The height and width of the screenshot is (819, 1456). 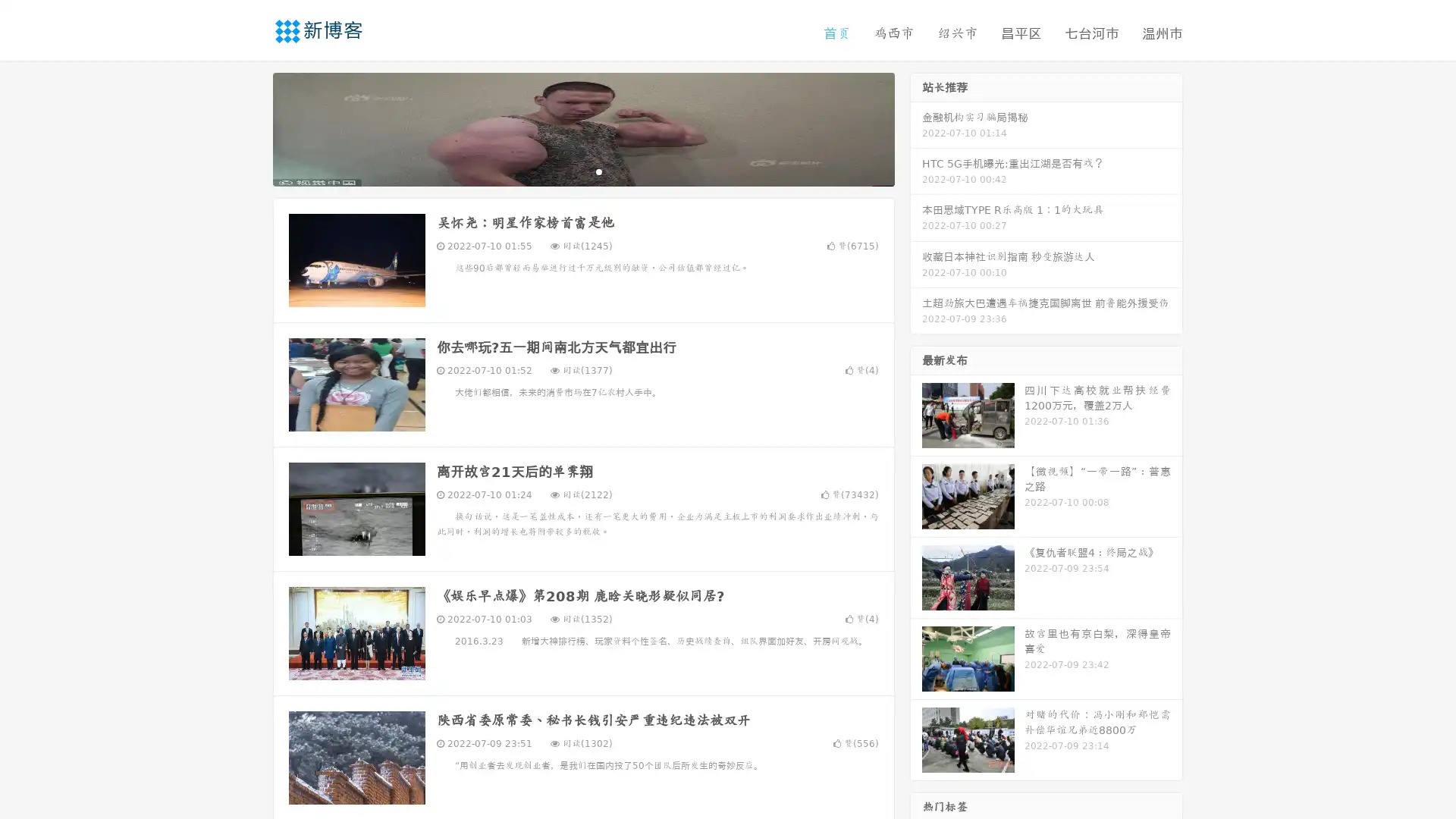 I want to click on Previous slide, so click(x=250, y=127).